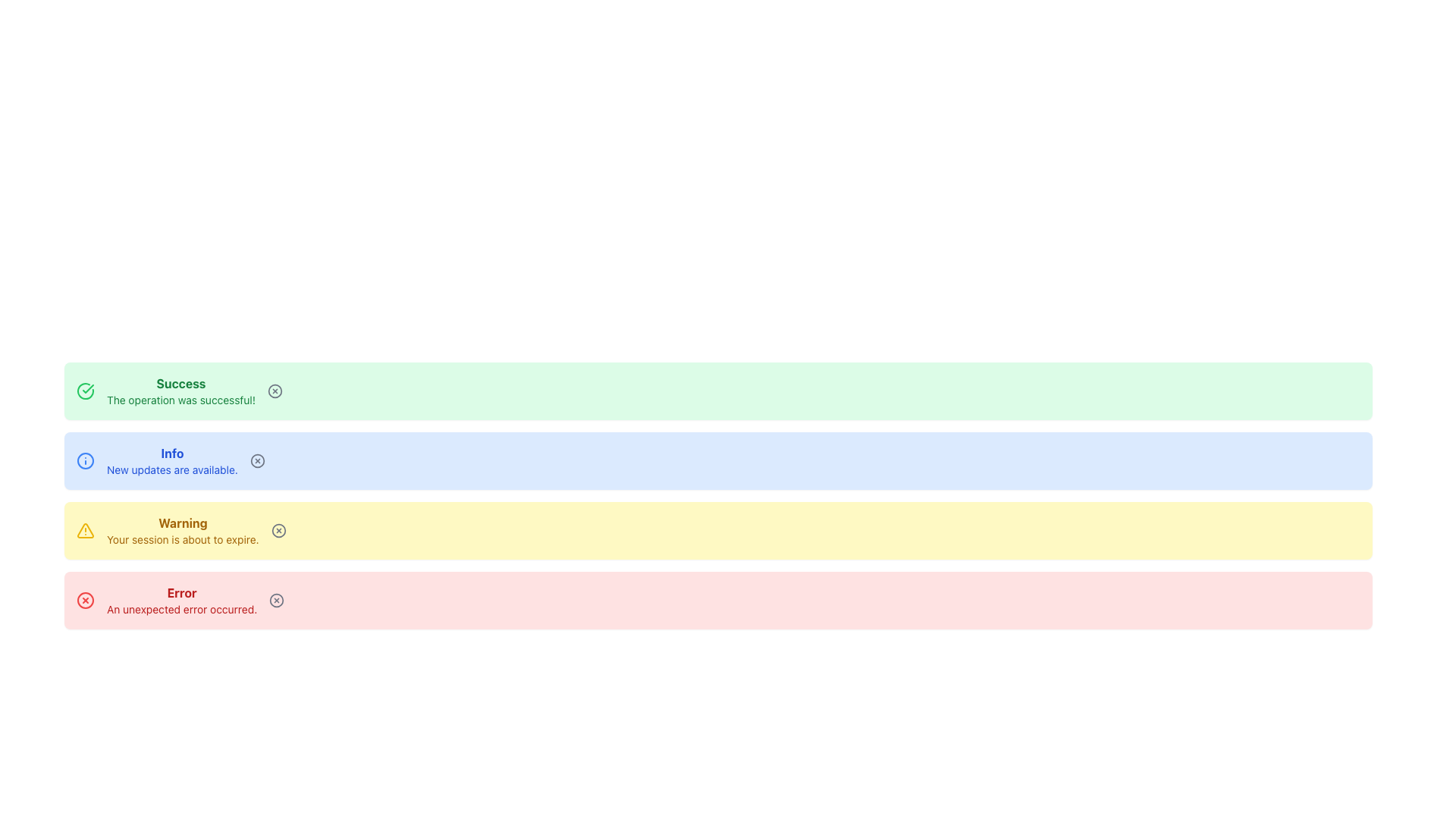  Describe the element at coordinates (84, 529) in the screenshot. I see `the Decorative Icon that serves as a visual warning indication, located near the left side of the third notification bar from the top` at that location.